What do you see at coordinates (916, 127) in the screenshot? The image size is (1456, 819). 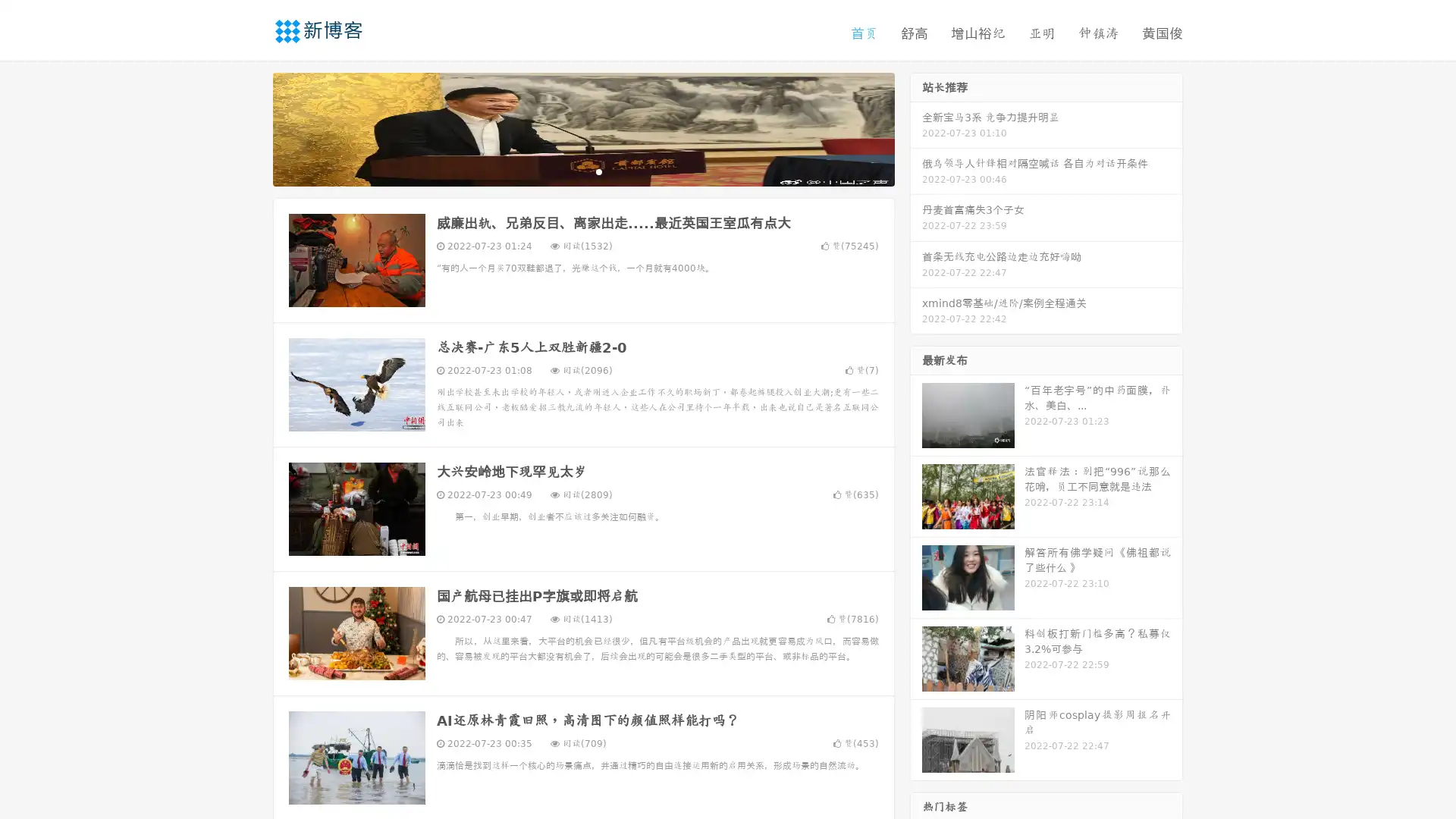 I see `Next slide` at bounding box center [916, 127].